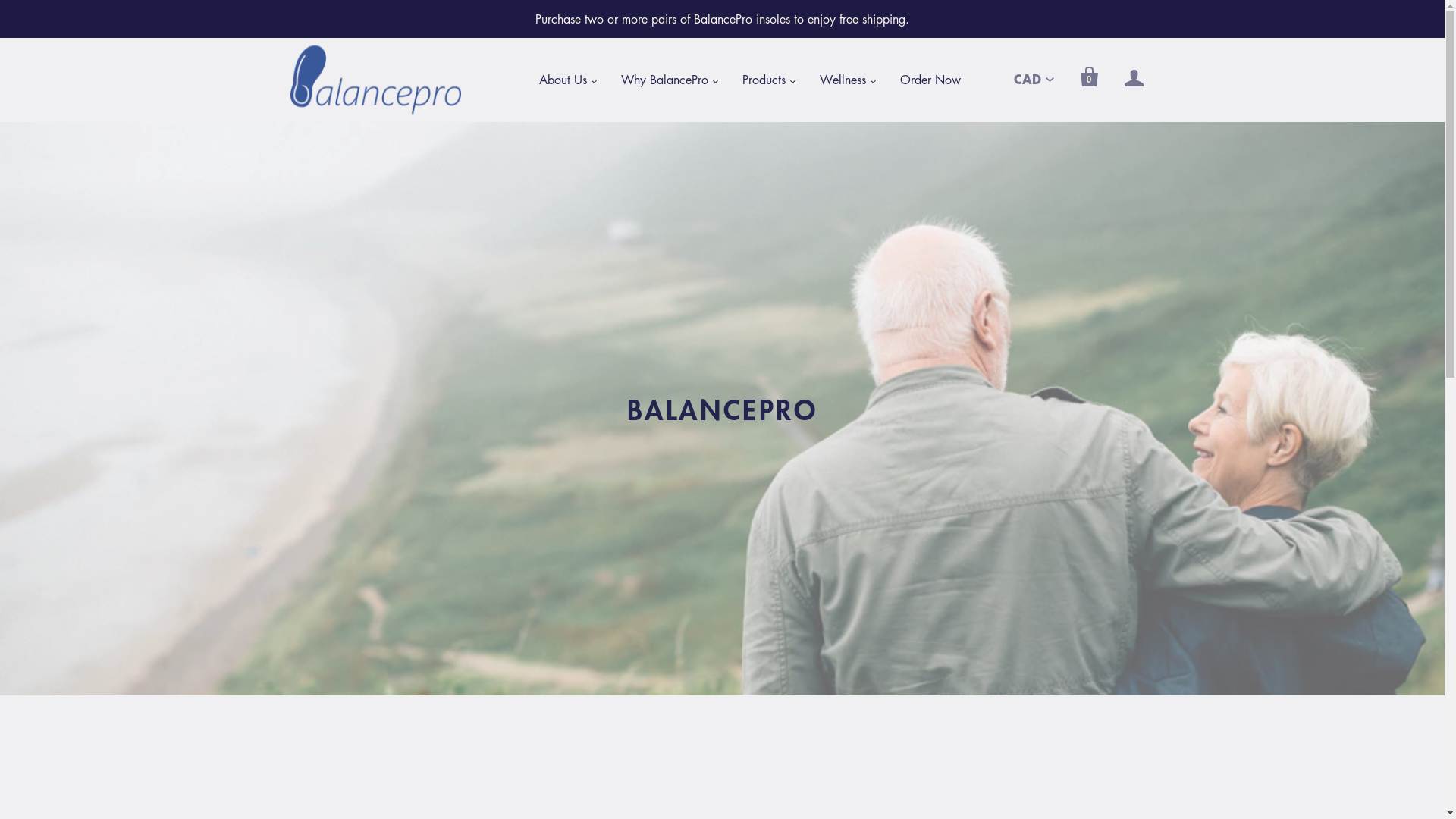 The image size is (1456, 819). Describe the element at coordinates (928, 79) in the screenshot. I see `'Order Now'` at that location.